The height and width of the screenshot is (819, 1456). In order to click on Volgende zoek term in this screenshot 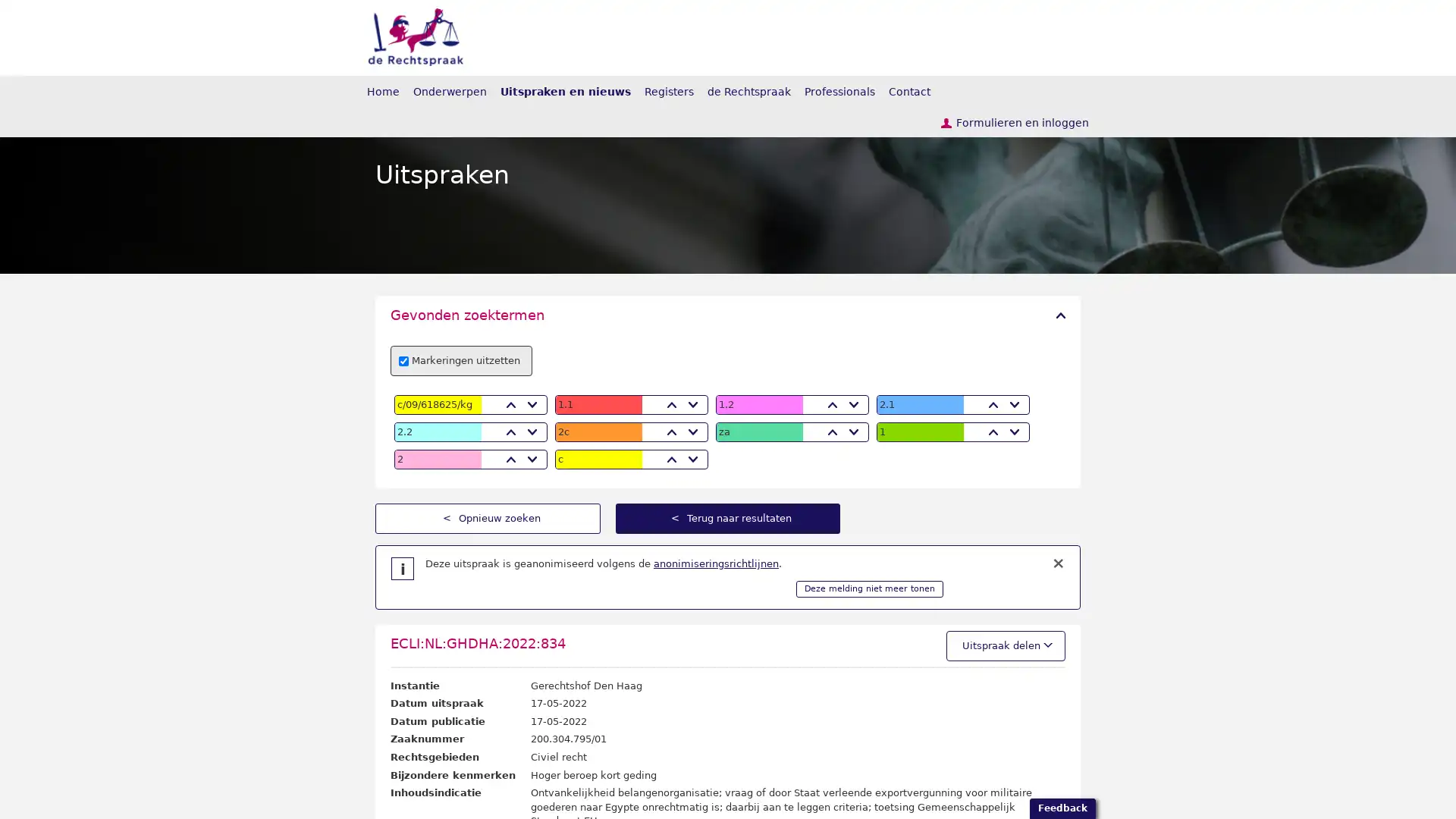, I will do `click(532, 458)`.